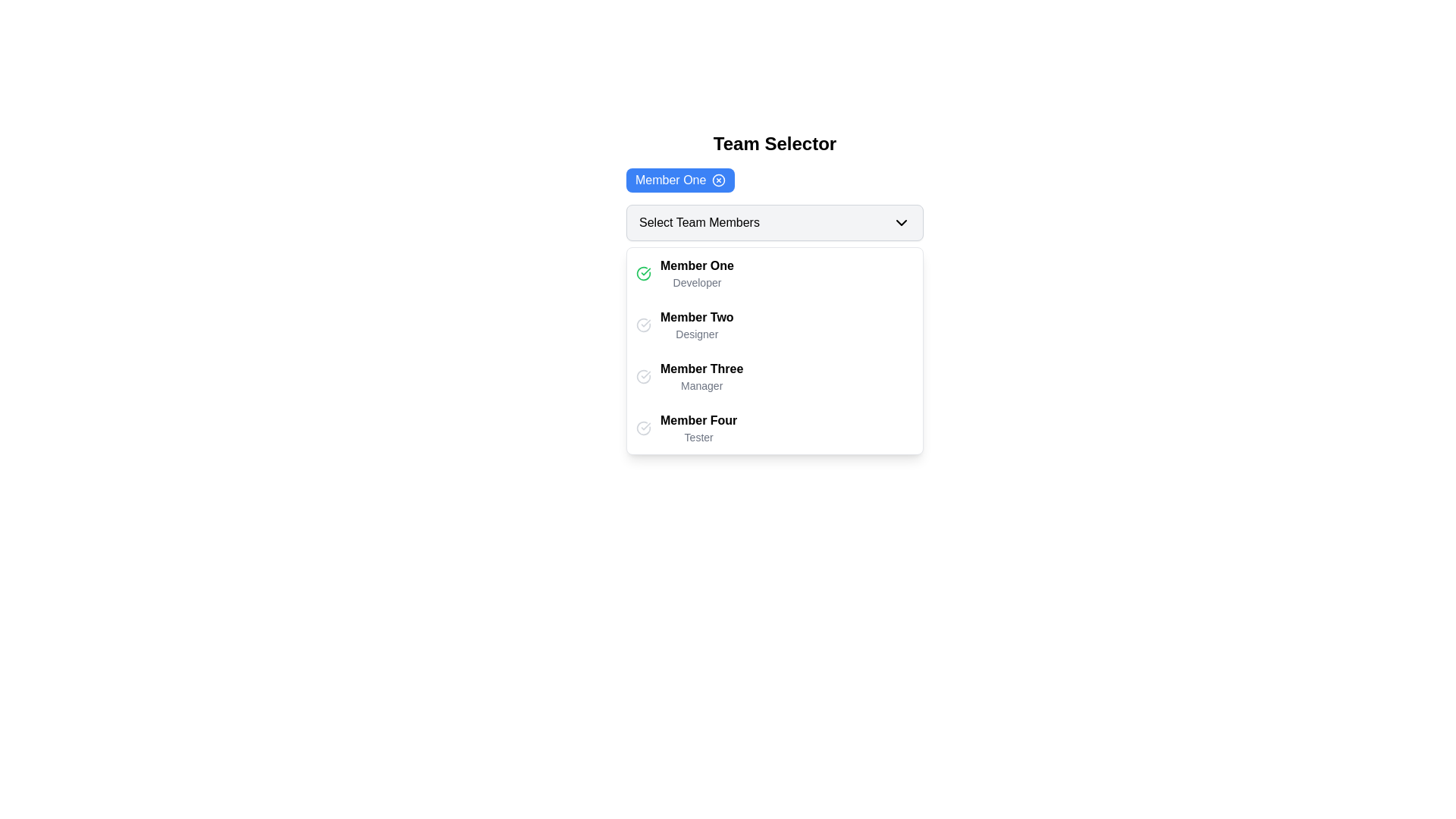  What do you see at coordinates (775, 350) in the screenshot?
I see `the third list entry in the 'Select Team Members' box` at bounding box center [775, 350].